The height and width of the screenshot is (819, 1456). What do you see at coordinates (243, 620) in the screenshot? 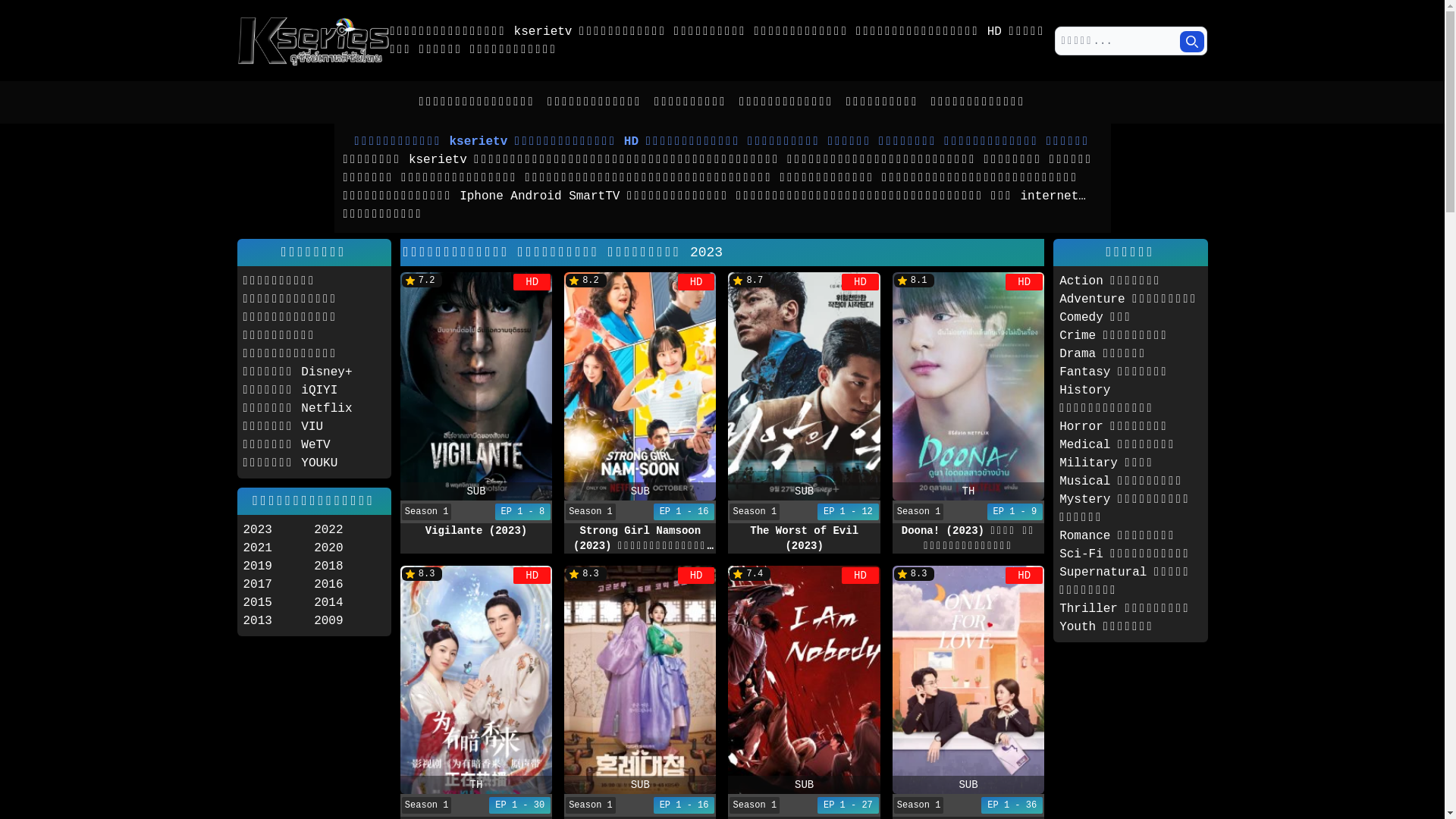
I see `'2013'` at bounding box center [243, 620].